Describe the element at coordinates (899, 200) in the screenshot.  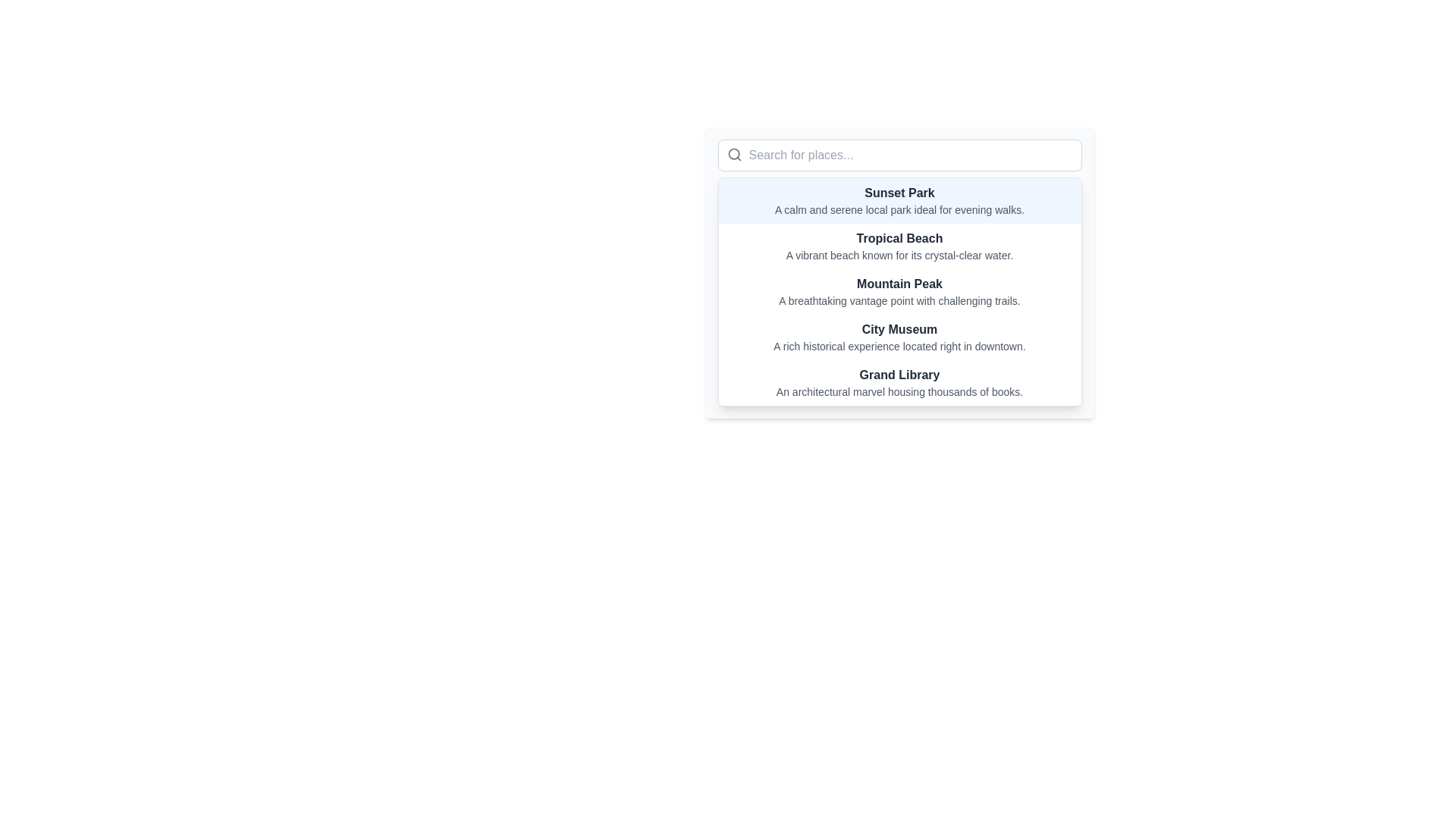
I see `the static informational display for 'Sunset Park', which is the first item in the list and located directly below the search bar` at that location.